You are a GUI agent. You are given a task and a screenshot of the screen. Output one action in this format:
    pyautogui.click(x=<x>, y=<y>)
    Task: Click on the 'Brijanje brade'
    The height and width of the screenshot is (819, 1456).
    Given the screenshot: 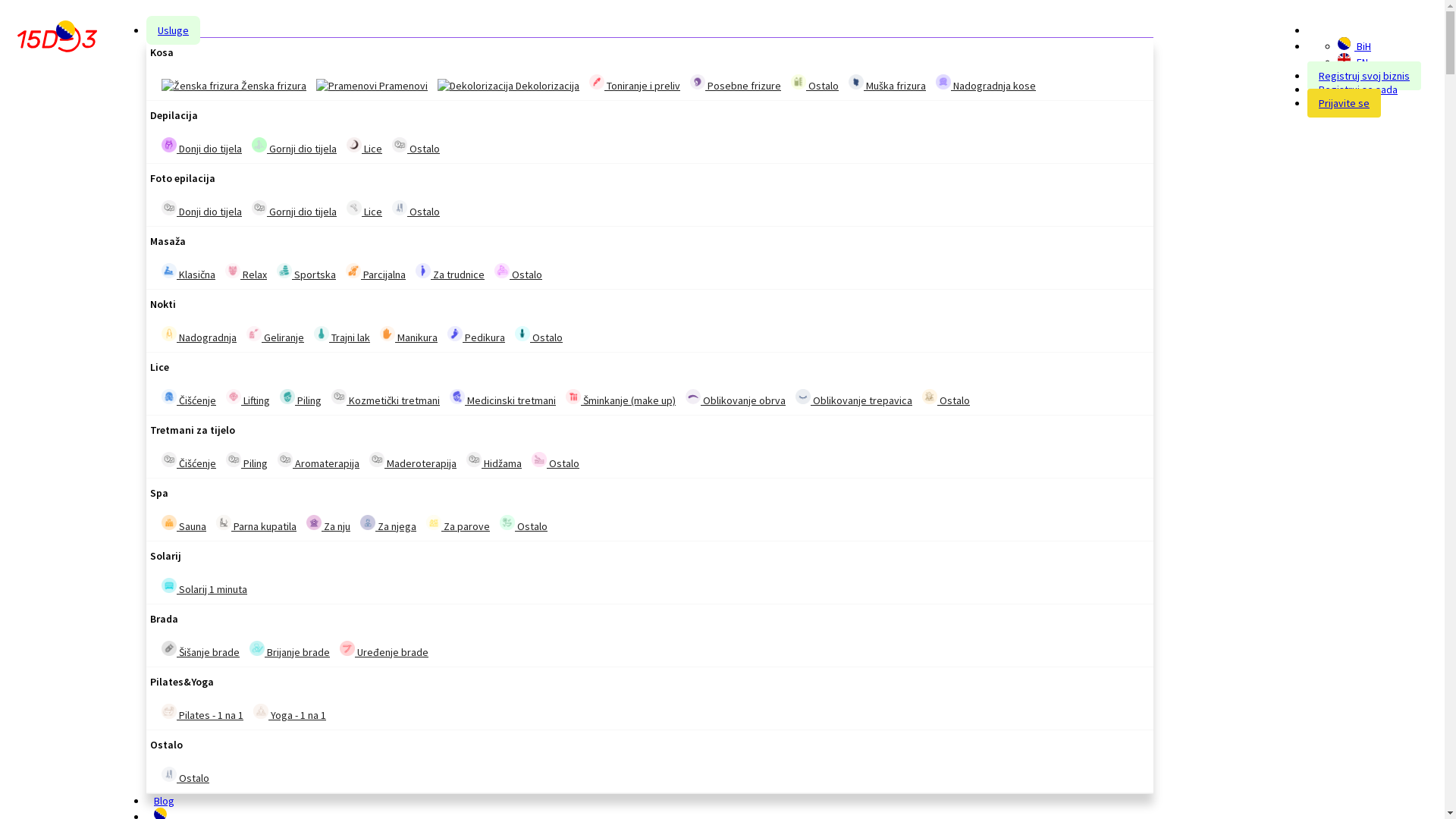 What is the action you would take?
    pyautogui.click(x=257, y=648)
    